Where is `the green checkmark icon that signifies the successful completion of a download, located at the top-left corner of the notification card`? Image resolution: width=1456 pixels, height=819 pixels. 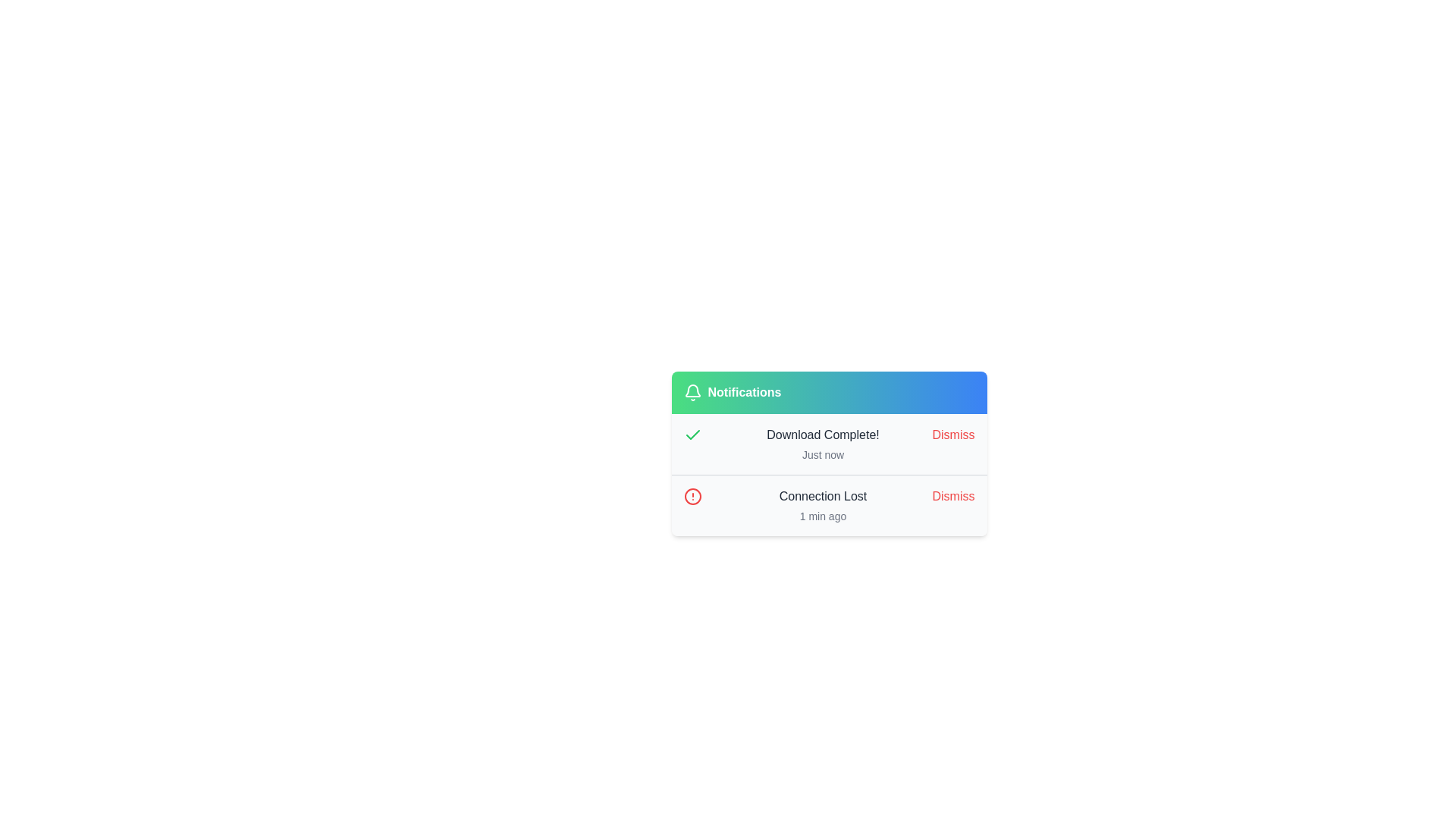
the green checkmark icon that signifies the successful completion of a download, located at the top-left corner of the notification card is located at coordinates (692, 435).